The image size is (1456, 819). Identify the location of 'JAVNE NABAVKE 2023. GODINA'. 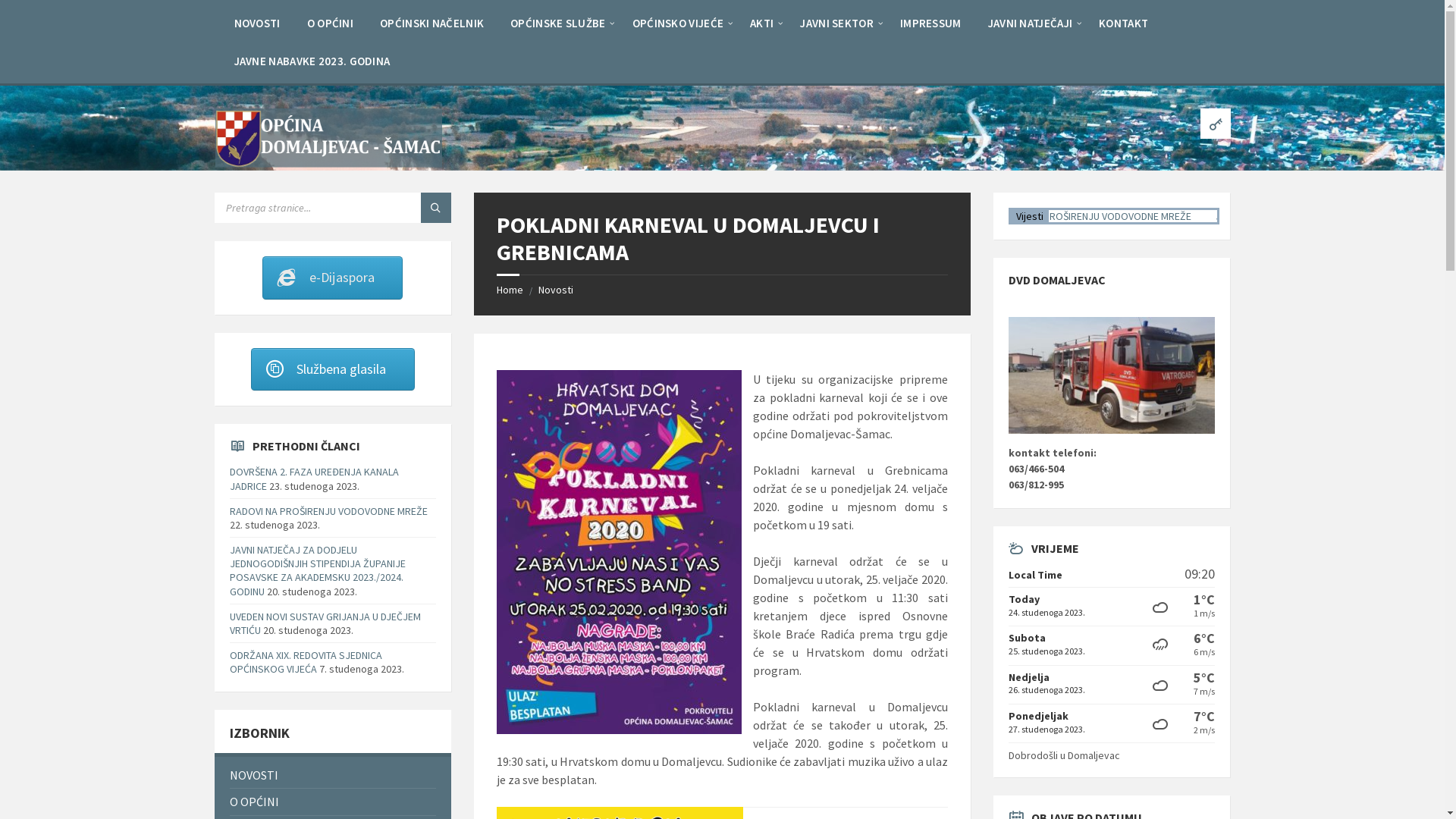
(311, 60).